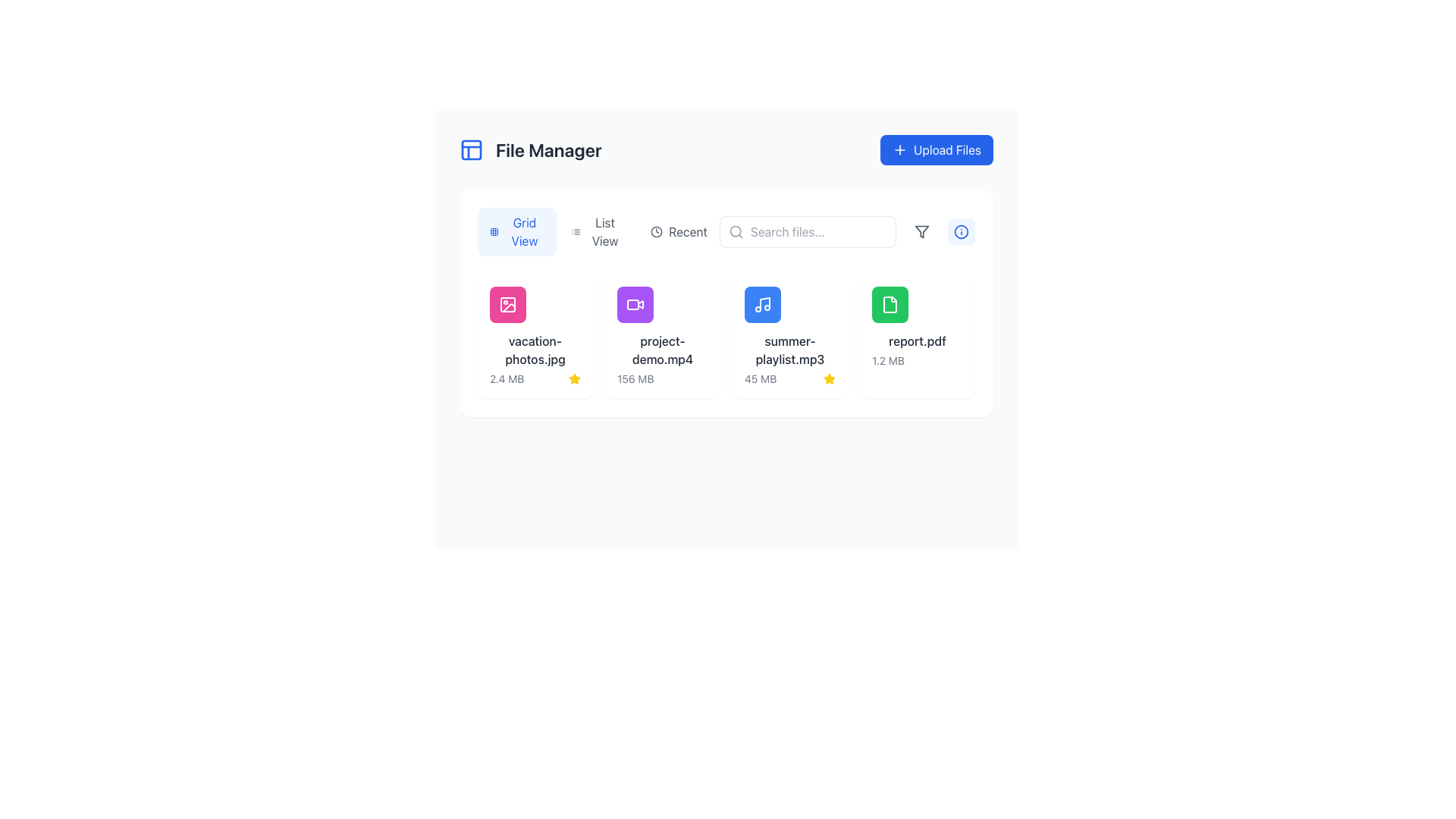 The image size is (1456, 819). Describe the element at coordinates (761, 378) in the screenshot. I see `the text label displaying '45 MB' that is styled in gray, located below the filename label 'summer-playlist.mp3' within a card-like interface` at that location.